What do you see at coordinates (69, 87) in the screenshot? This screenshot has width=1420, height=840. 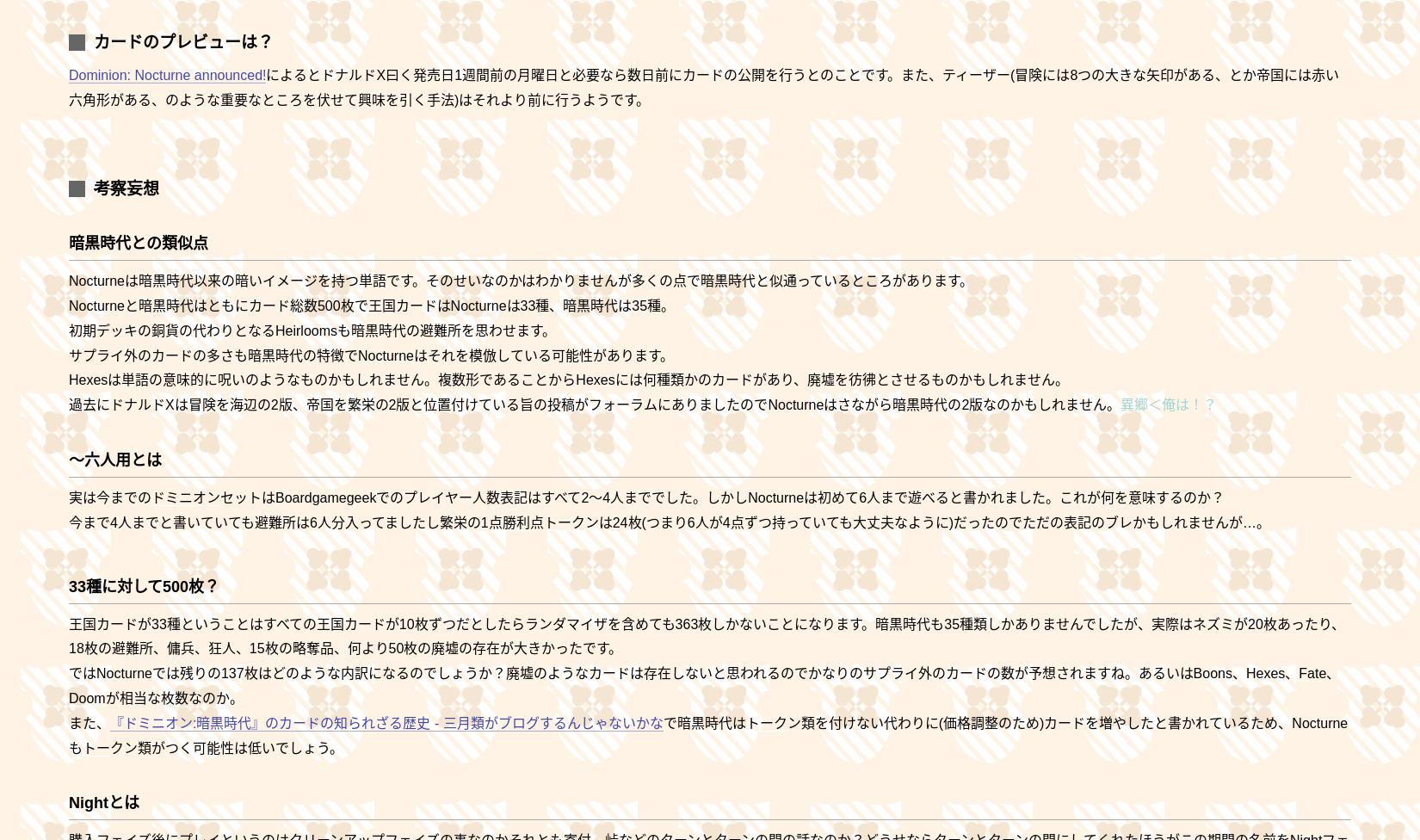 I see `'によるとドナルドX曰く発売日1週間前の月曜日と必要なら数日前にカードの公開を行うとのことです。また、ティーザー(冒険には8つの大きな矢印がある、とか帝国には赤い六角形がある、のよ'` at bounding box center [69, 87].